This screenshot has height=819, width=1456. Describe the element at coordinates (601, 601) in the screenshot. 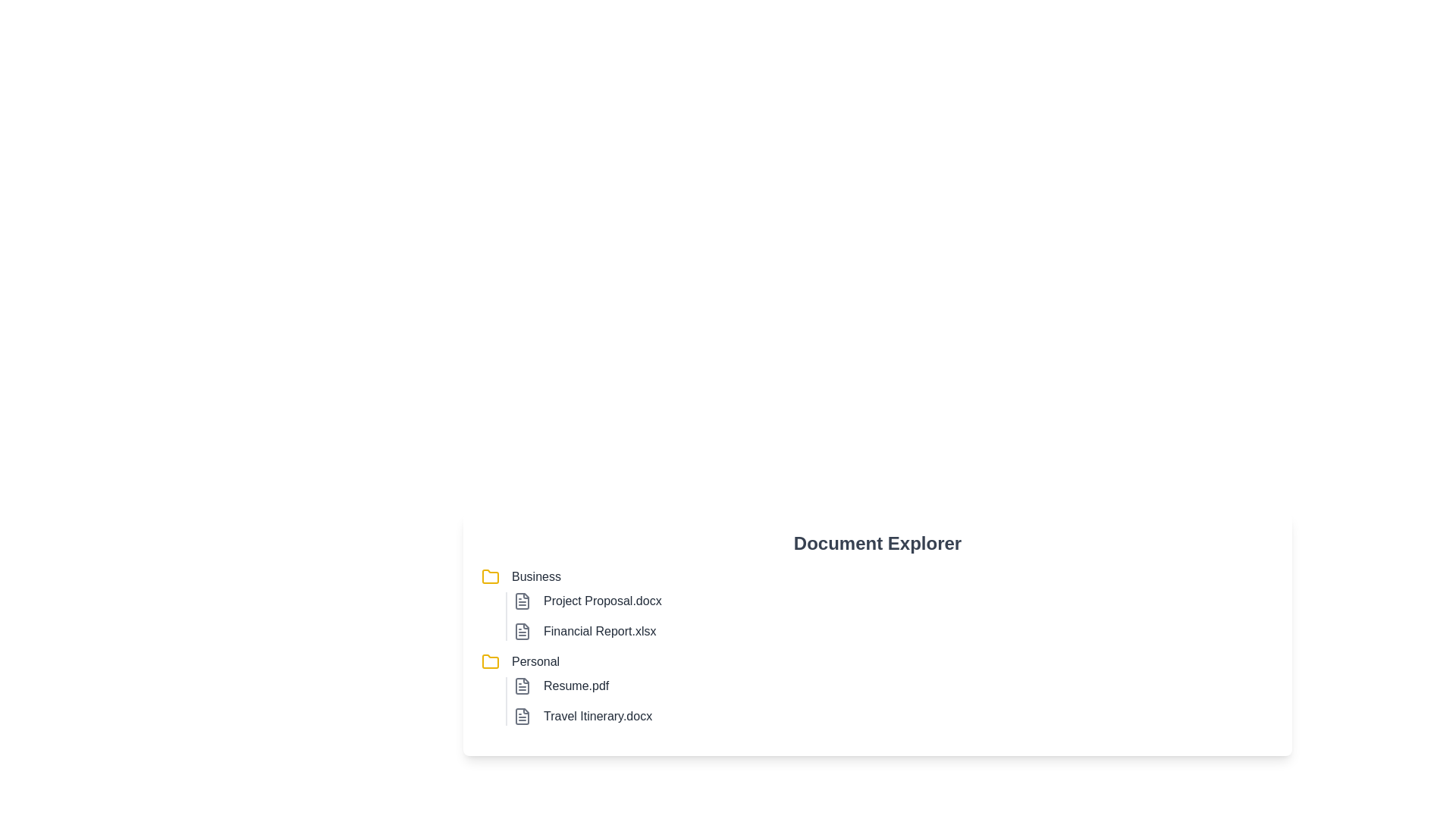

I see `the text label displaying 'Project Proposal.docx'` at that location.